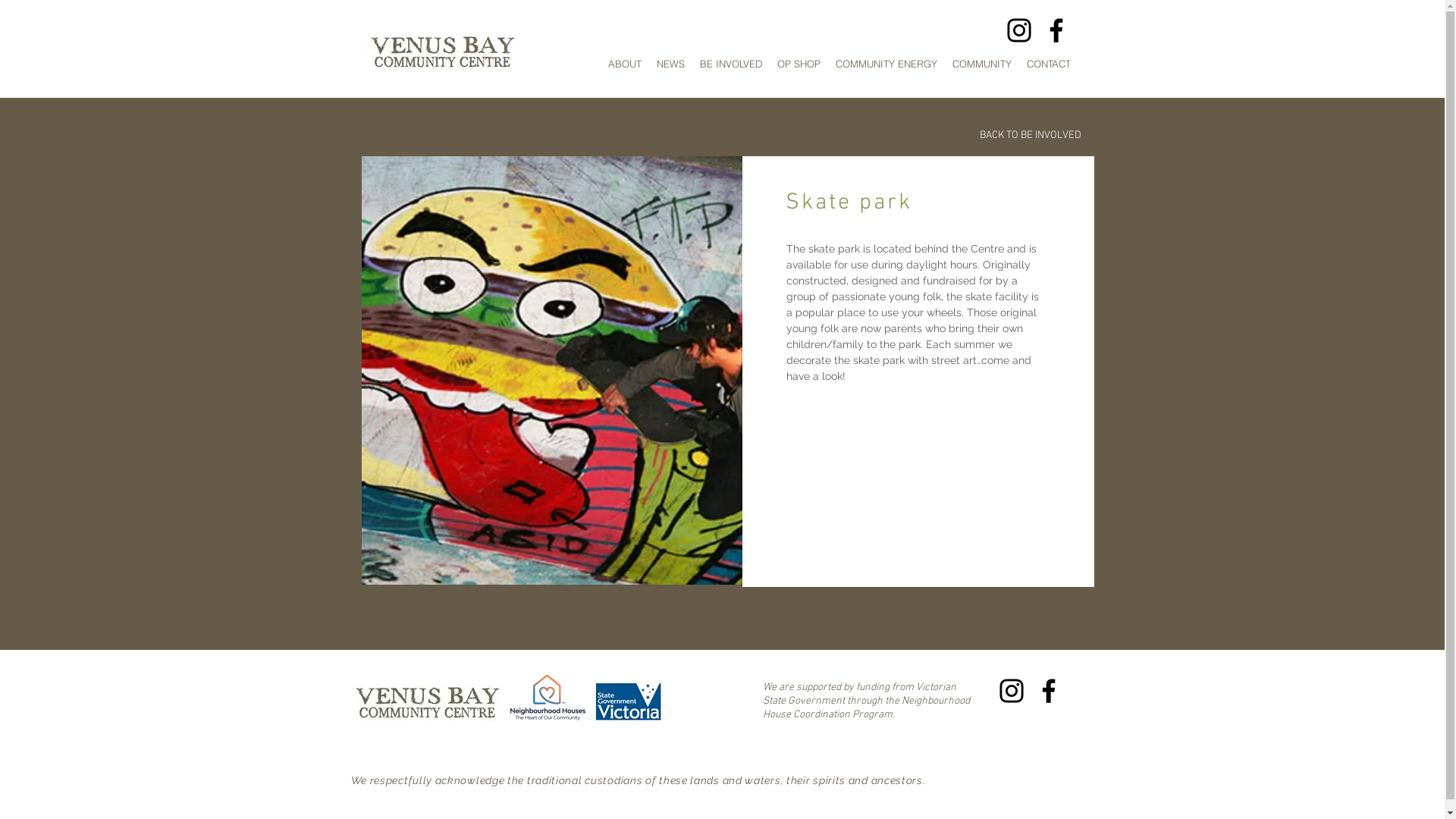  What do you see at coordinates (510, 698) in the screenshot?
I see `'Sector Portrait Colour_Small.png'` at bounding box center [510, 698].